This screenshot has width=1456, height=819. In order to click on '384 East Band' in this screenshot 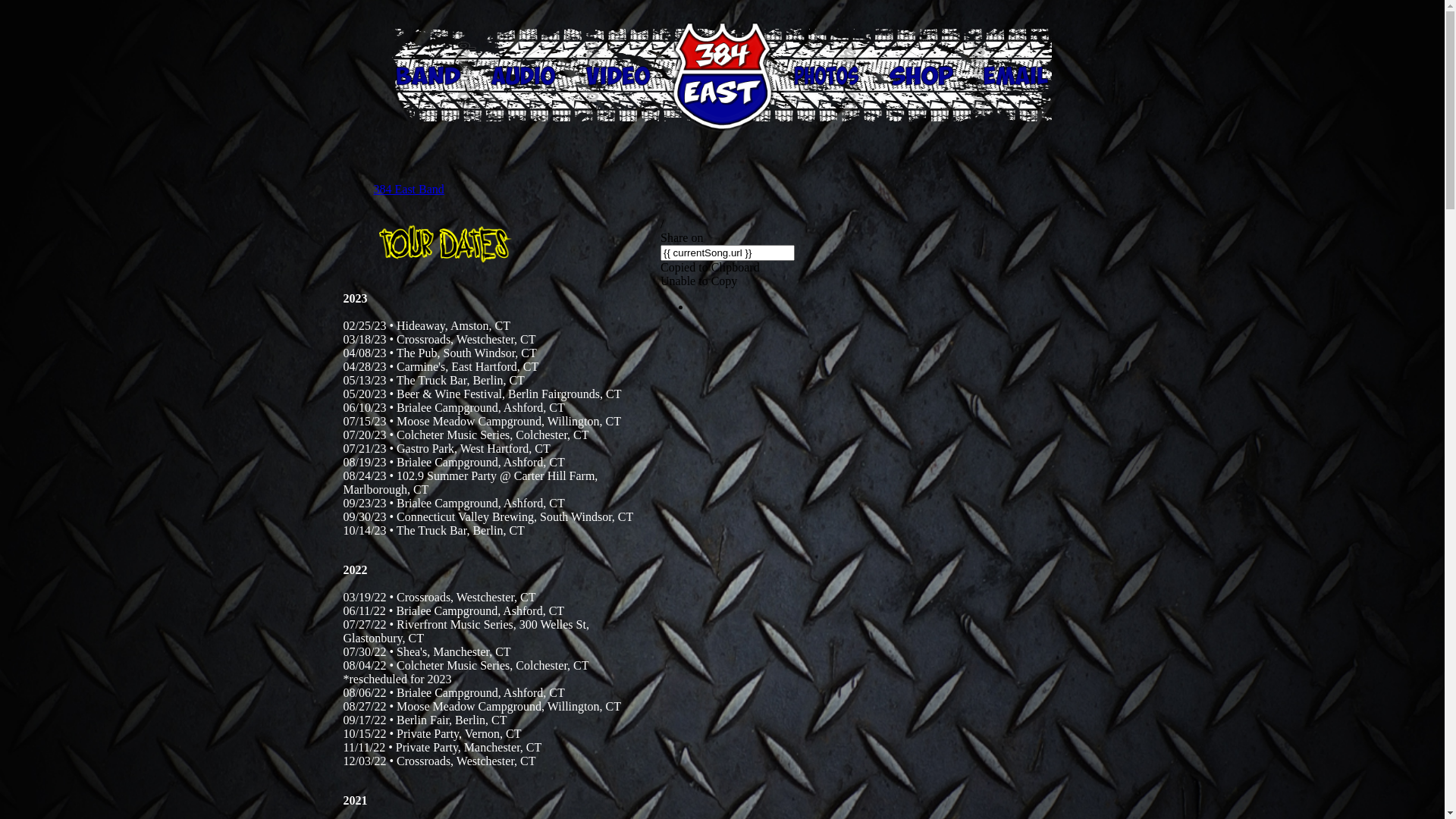, I will do `click(408, 188)`.